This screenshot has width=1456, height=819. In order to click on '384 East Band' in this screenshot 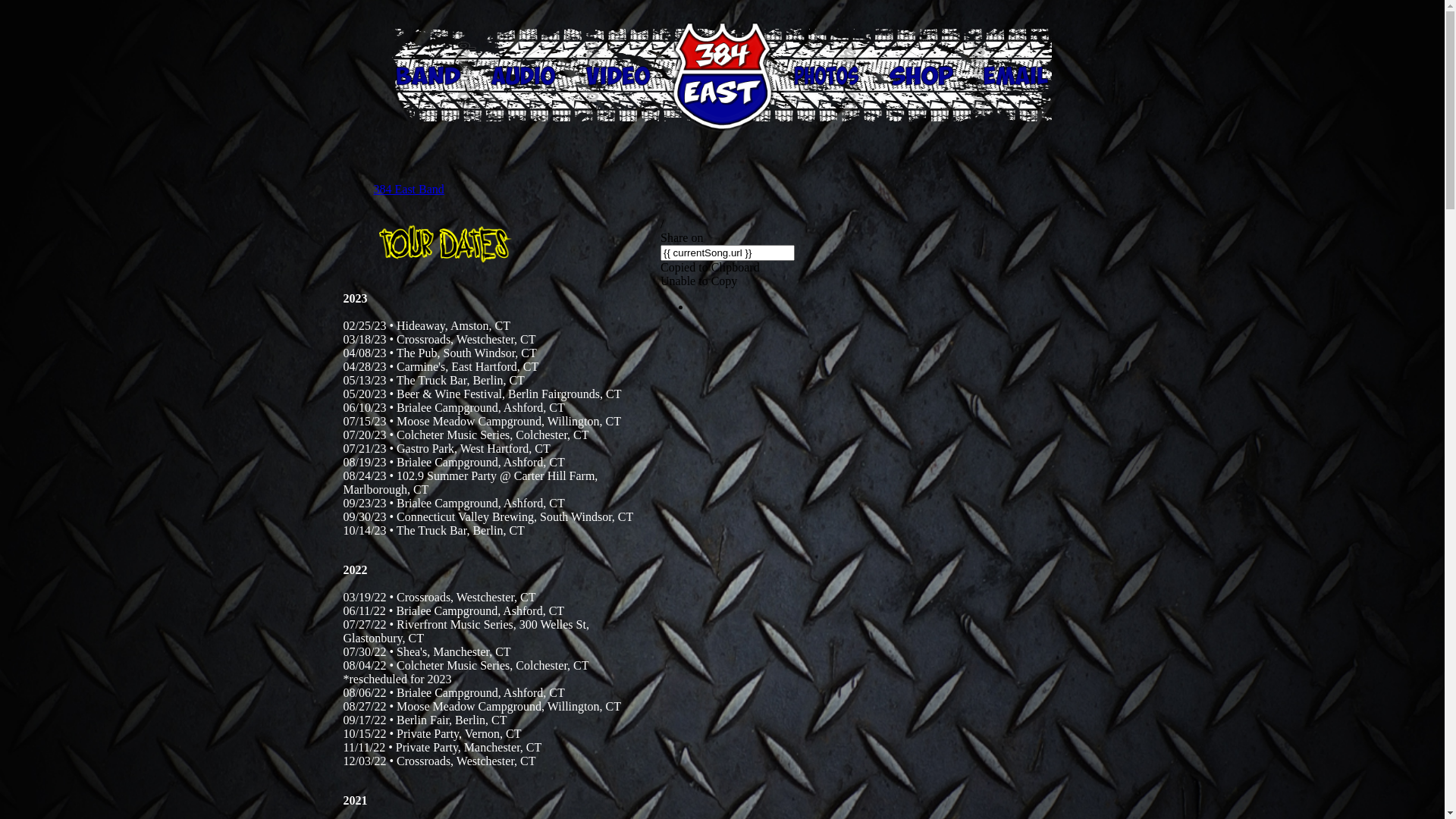, I will do `click(408, 188)`.